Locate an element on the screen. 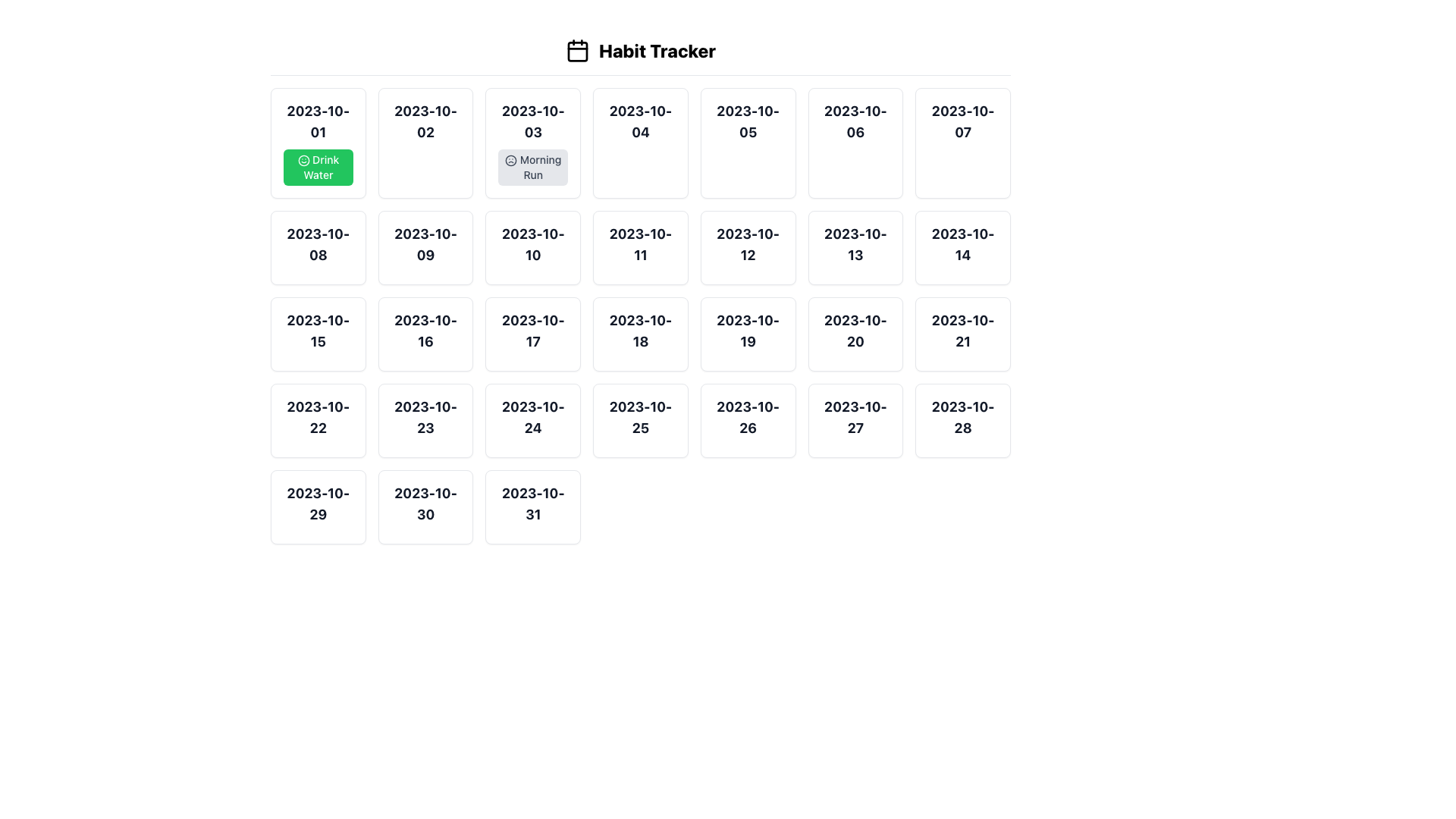 The image size is (1456, 819). the box containing the date '2023-10-10' in the habit tracker application is located at coordinates (533, 247).